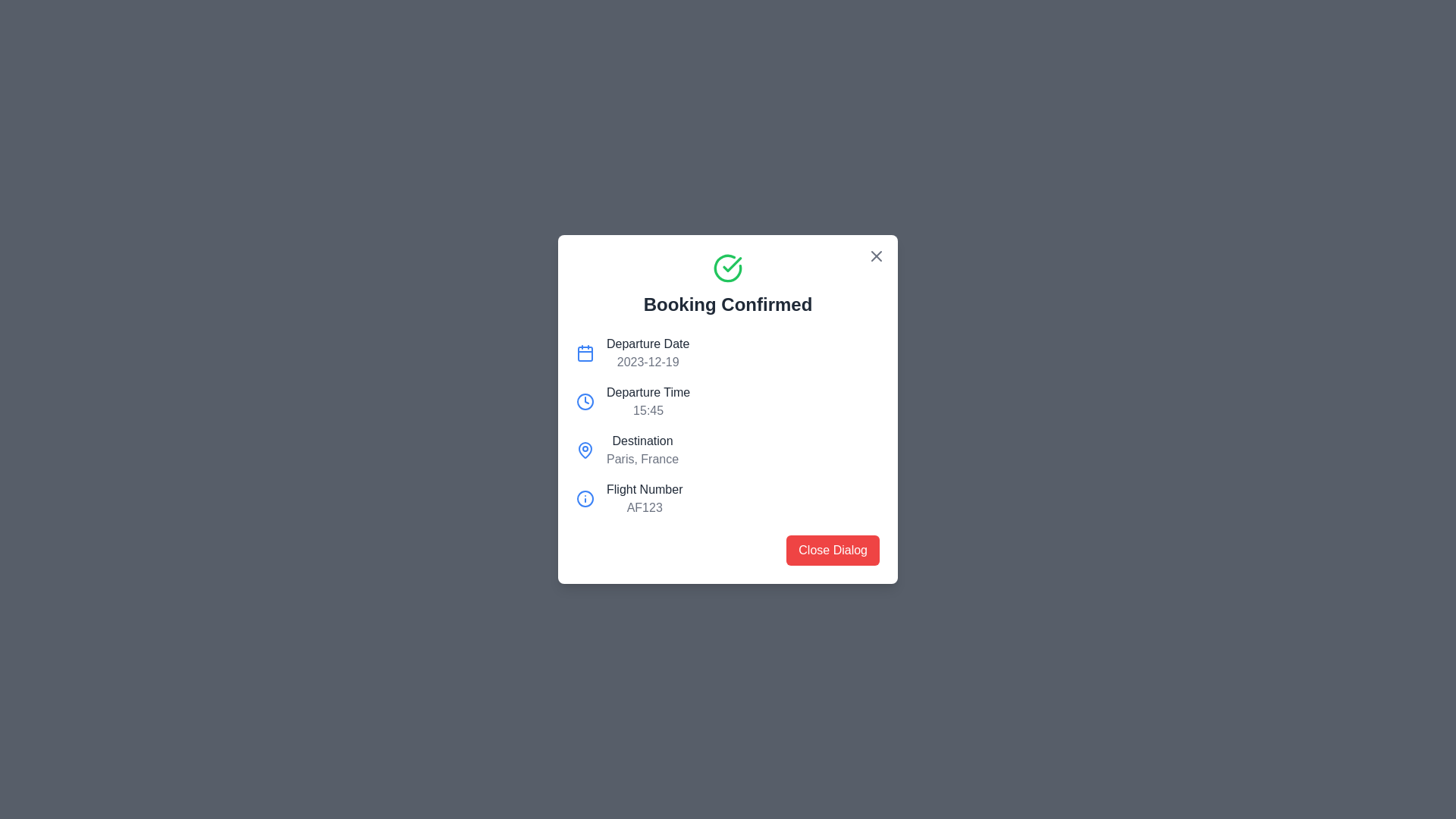 Image resolution: width=1456 pixels, height=819 pixels. What do you see at coordinates (645, 499) in the screenshot?
I see `the 'Flight Number' text label pair, which displays 'Flight Number' in a medium font and 'AF123' in a smaller gray font, located in the lower part of the dialog box as the fourth item in a vertical list` at bounding box center [645, 499].